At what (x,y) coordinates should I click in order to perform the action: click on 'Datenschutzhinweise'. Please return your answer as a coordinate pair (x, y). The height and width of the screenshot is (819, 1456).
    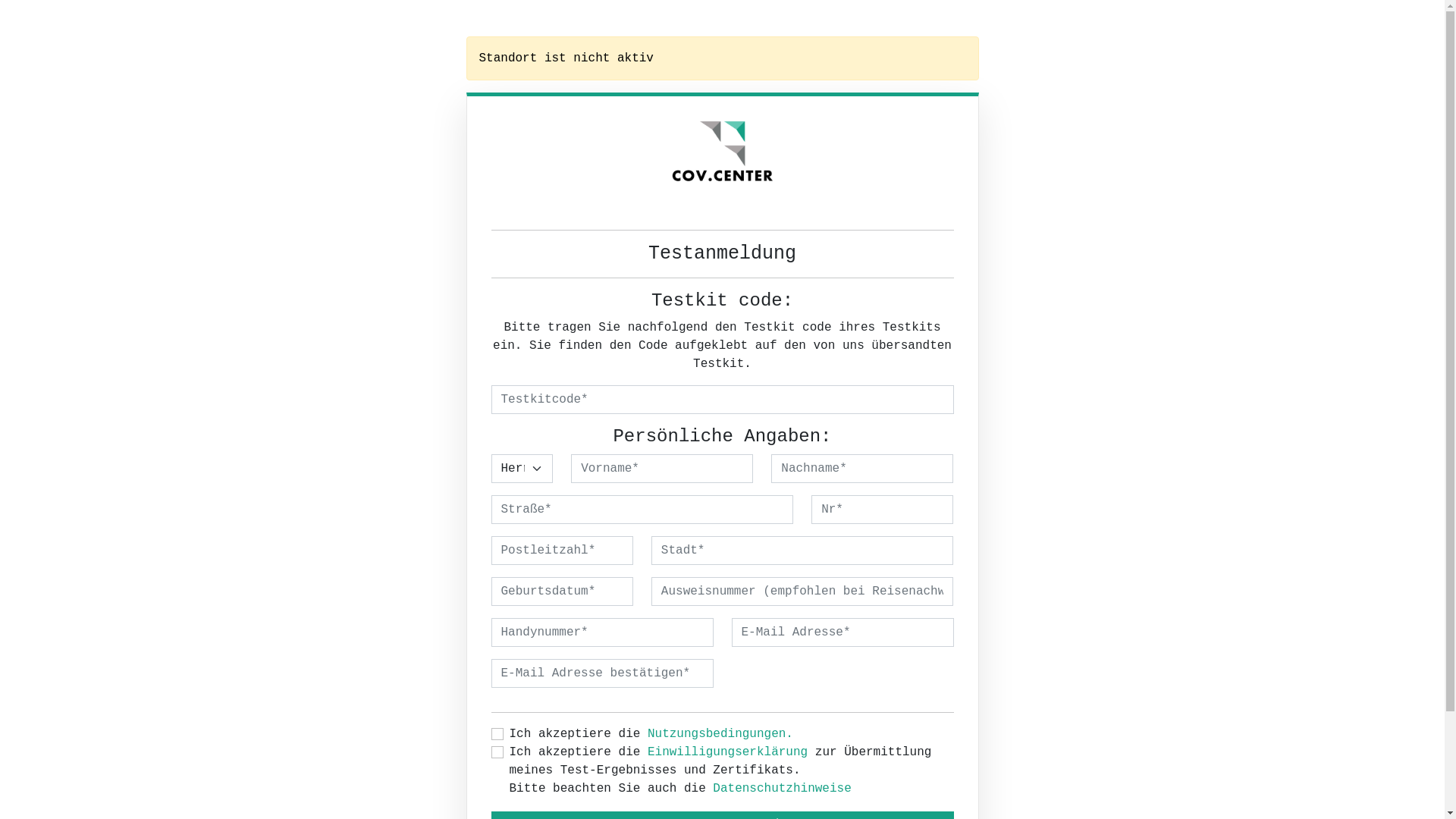
    Looking at the image, I should click on (782, 788).